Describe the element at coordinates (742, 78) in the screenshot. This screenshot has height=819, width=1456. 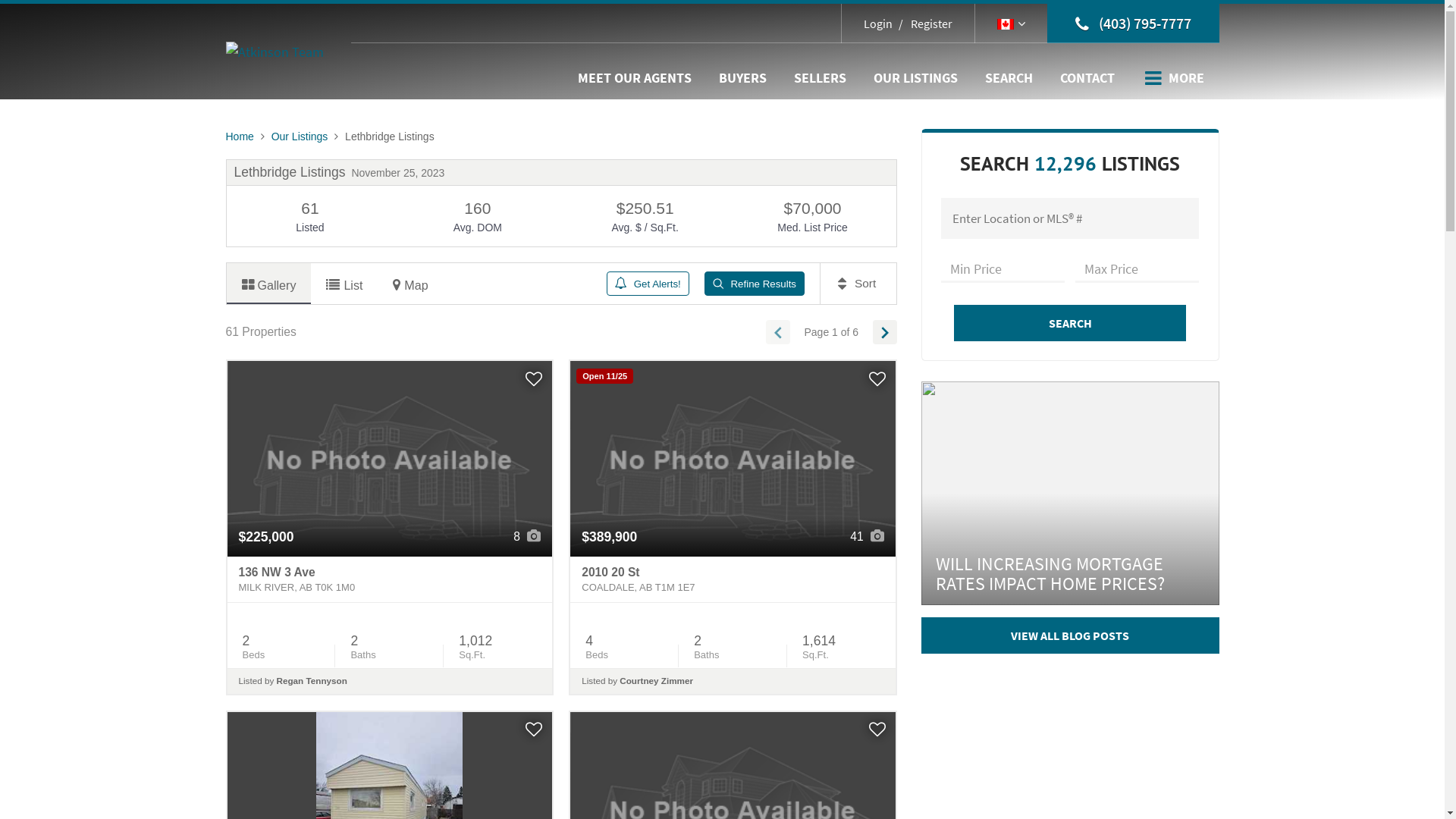
I see `'BUYERS'` at that location.